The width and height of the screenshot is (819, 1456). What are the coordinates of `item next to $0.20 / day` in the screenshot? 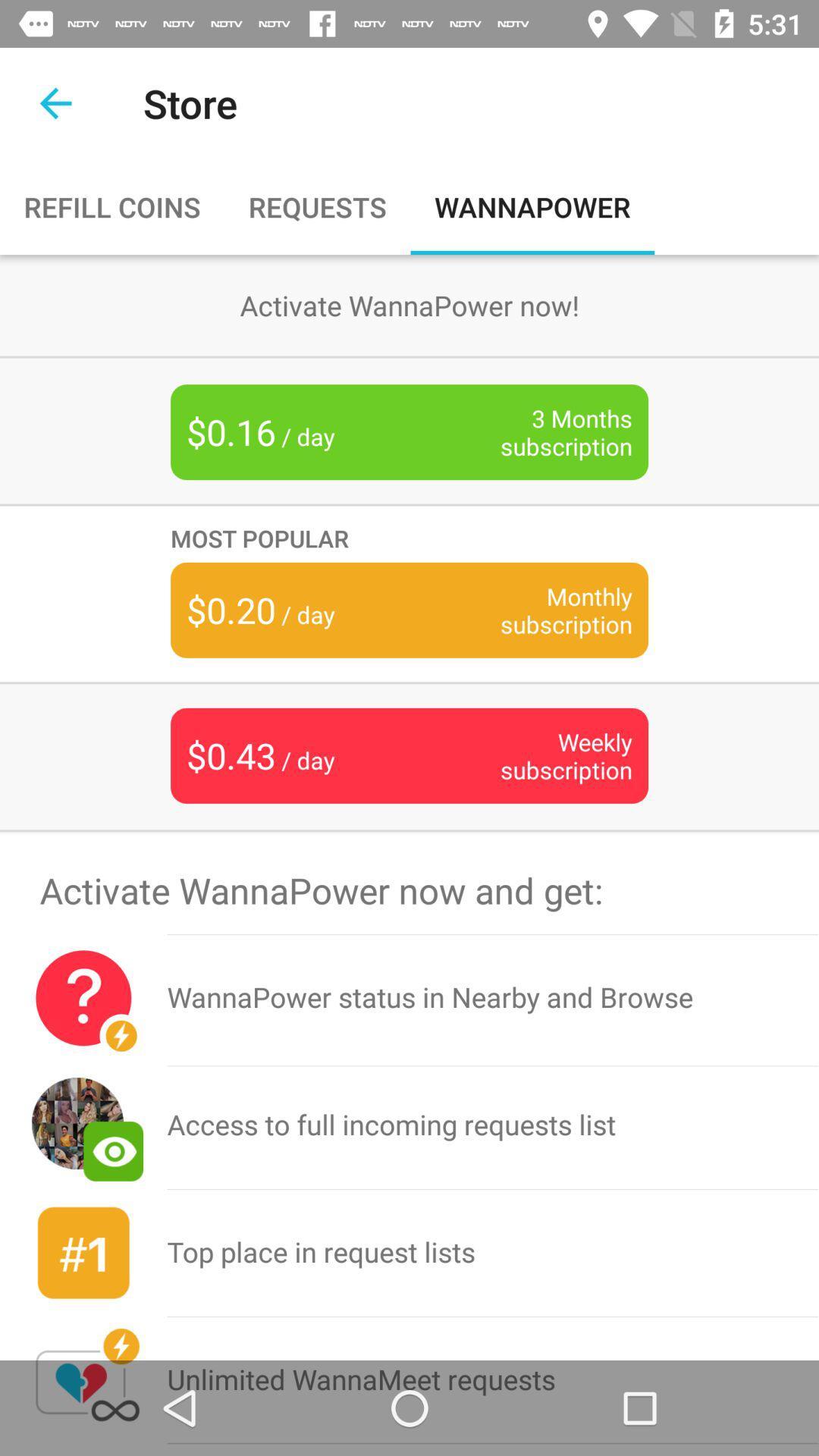 It's located at (542, 610).